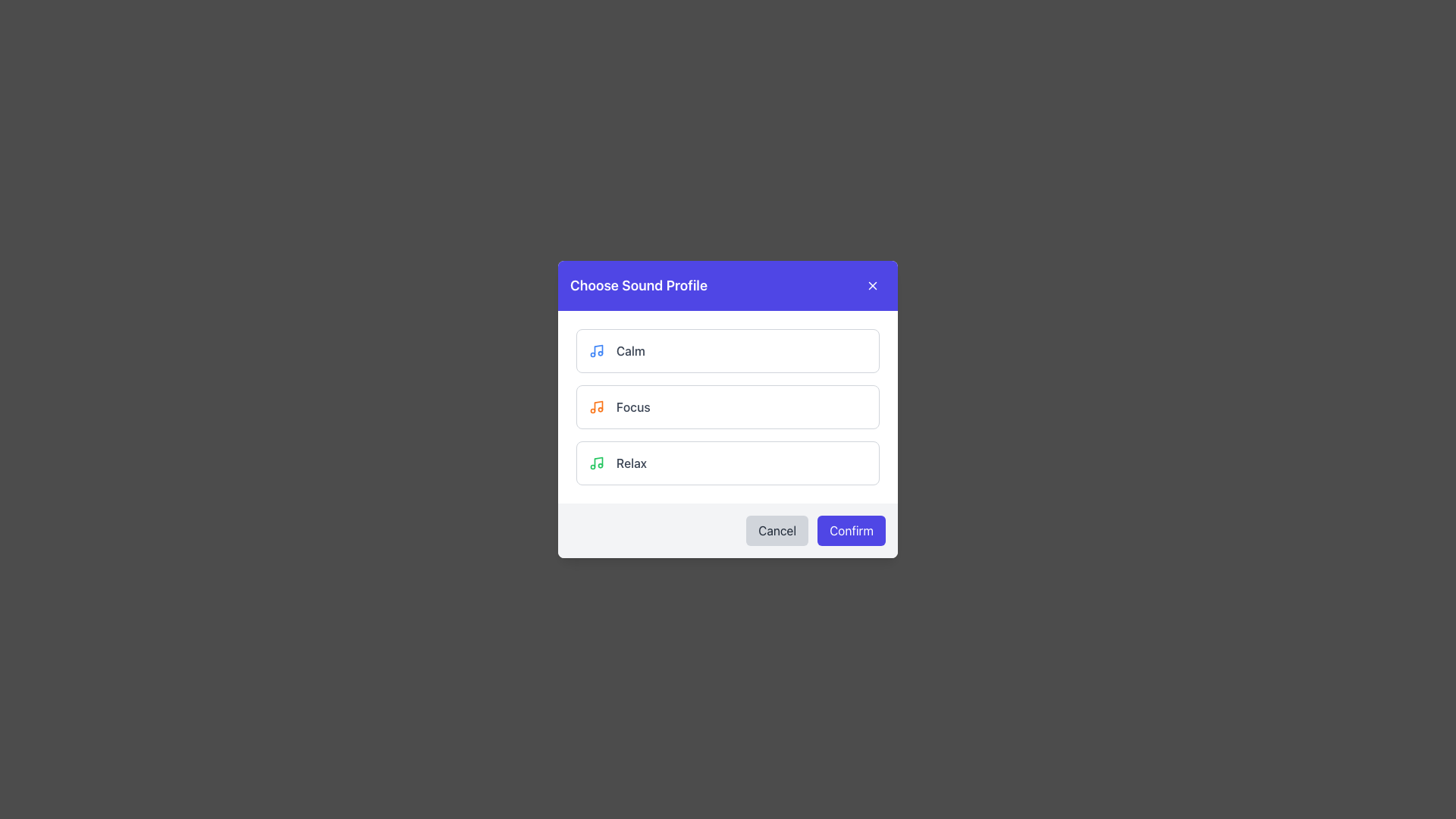  I want to click on the 'Focus' list item in the 'Choose Sound Profile' modal, so click(728, 406).